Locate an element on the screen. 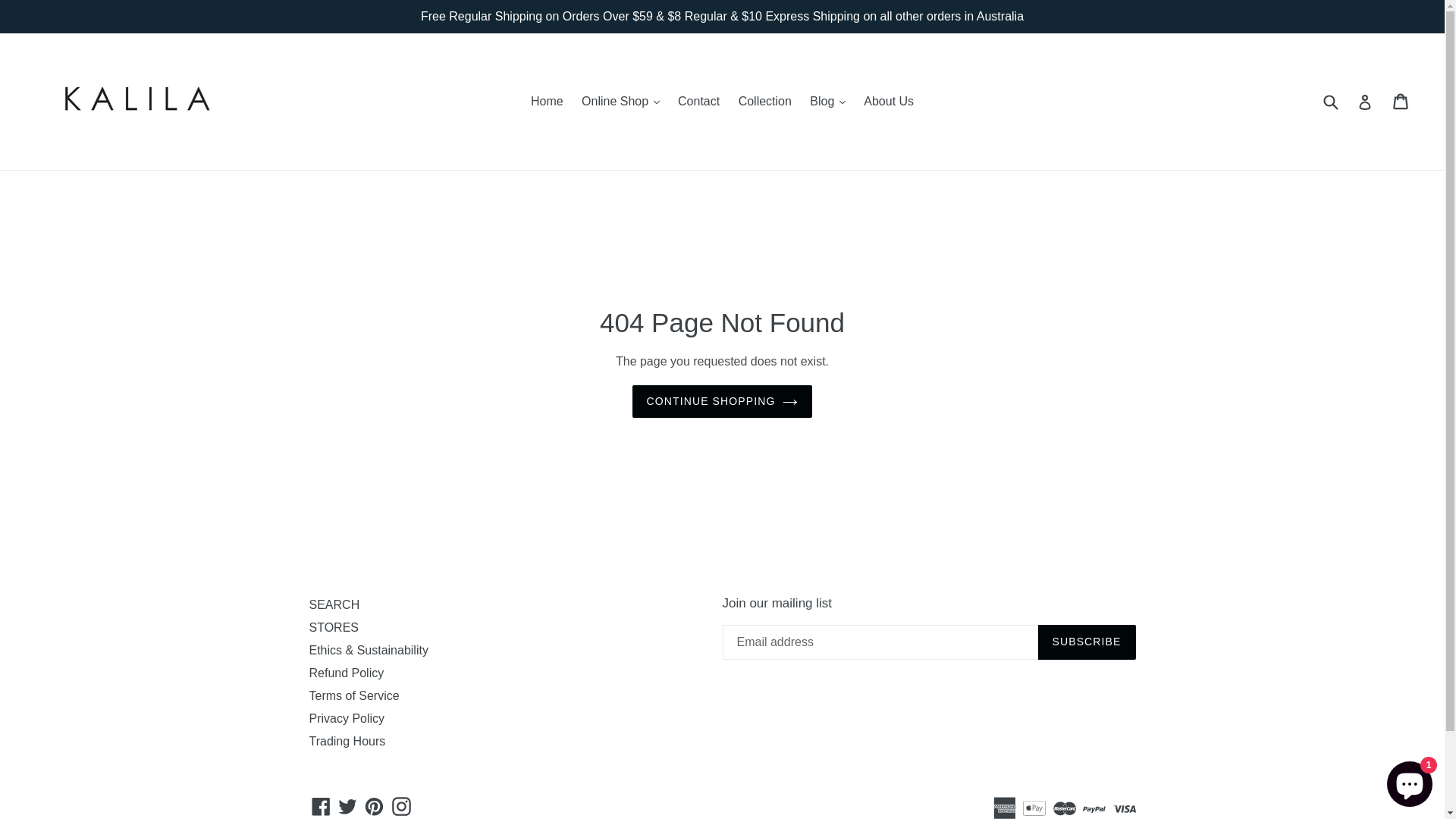 This screenshot has width=1456, height=819. 'STORES' is located at coordinates (334, 627).